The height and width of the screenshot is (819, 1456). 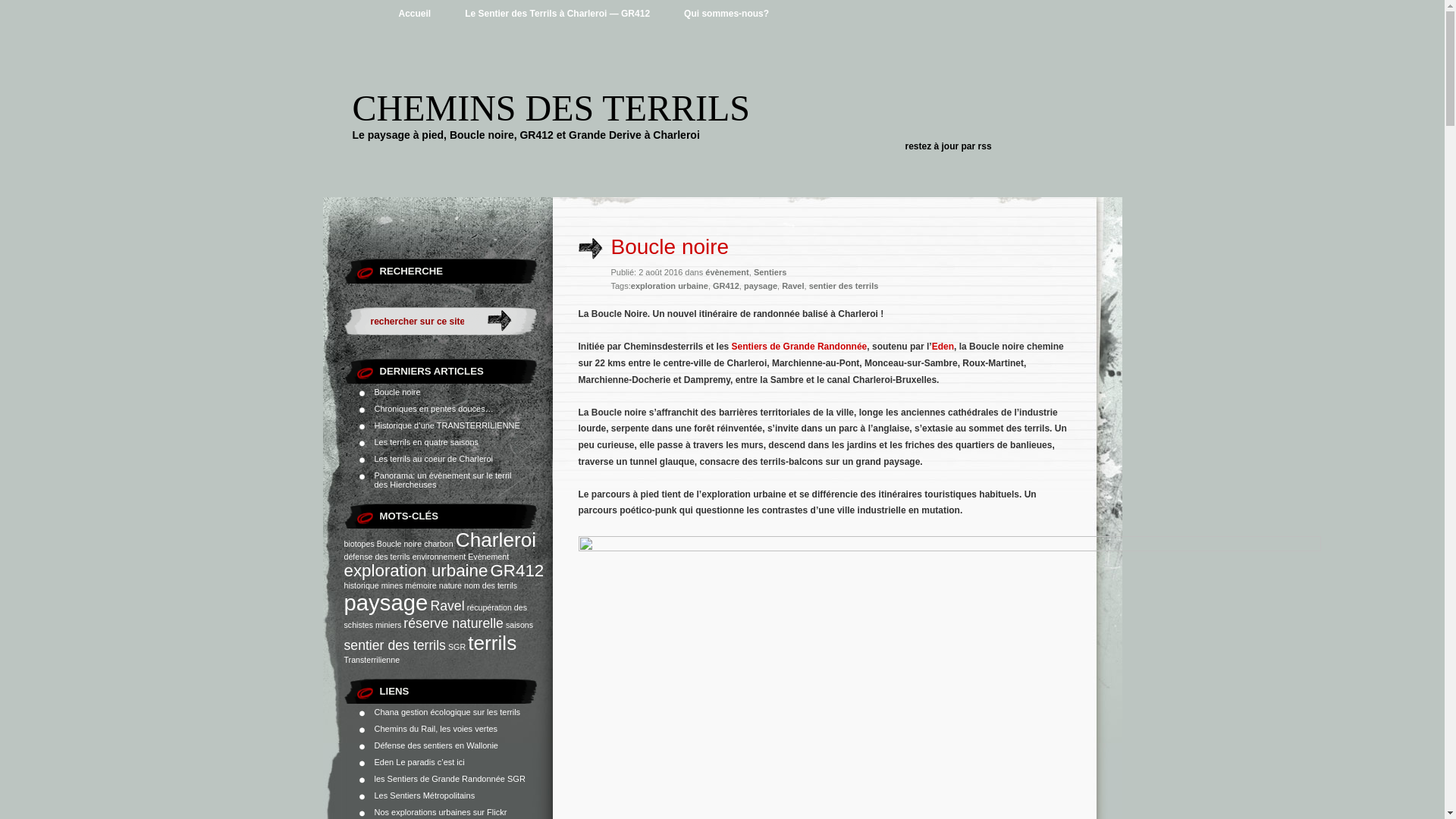 I want to click on 'Nos explorations urbaines', so click(x=422, y=811).